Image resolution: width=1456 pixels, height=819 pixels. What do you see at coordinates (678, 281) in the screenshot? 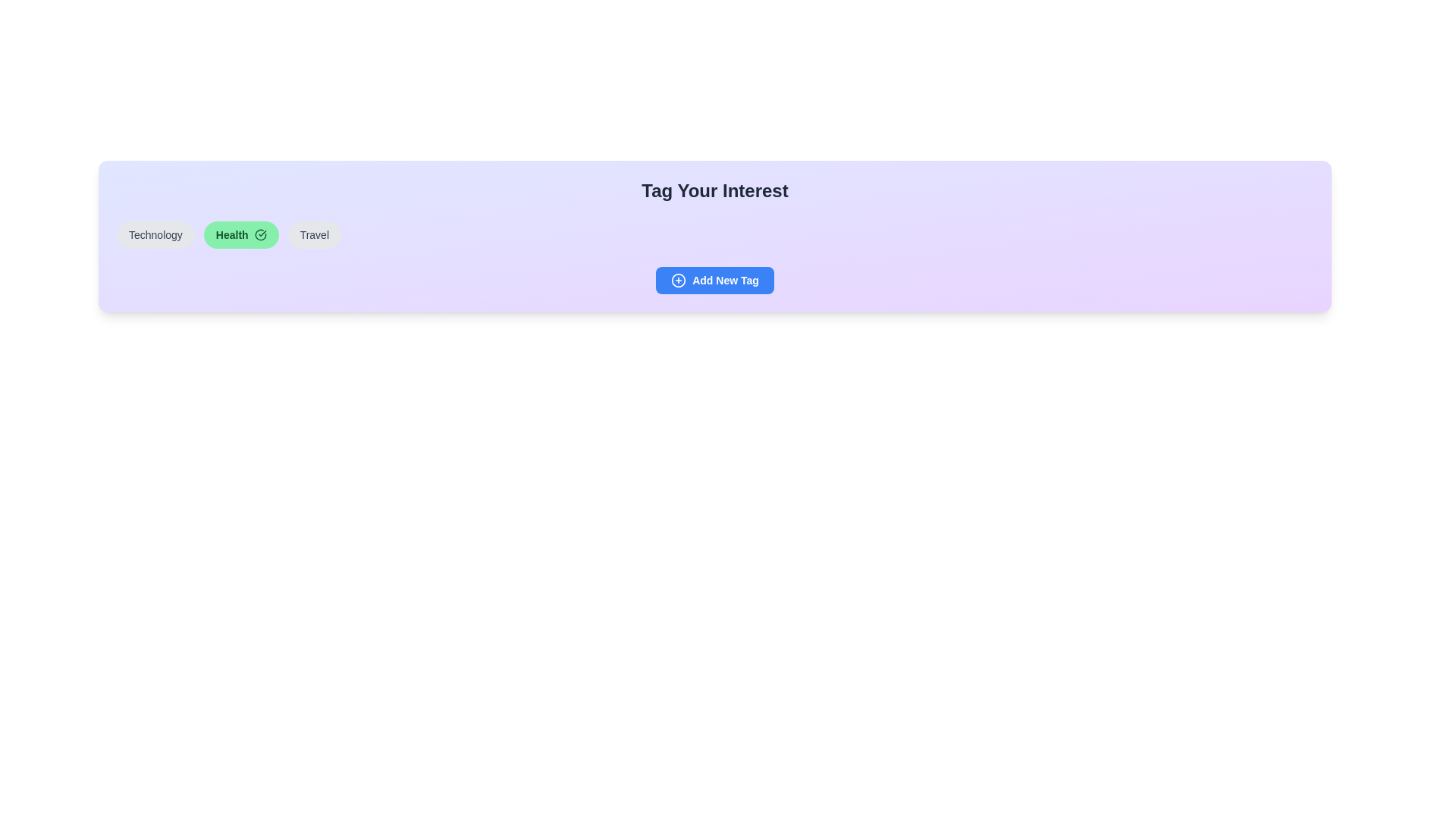
I see `the icon representing the function of adding a new item, located to the left of the text 'Add New Tag' inside a blue button` at bounding box center [678, 281].